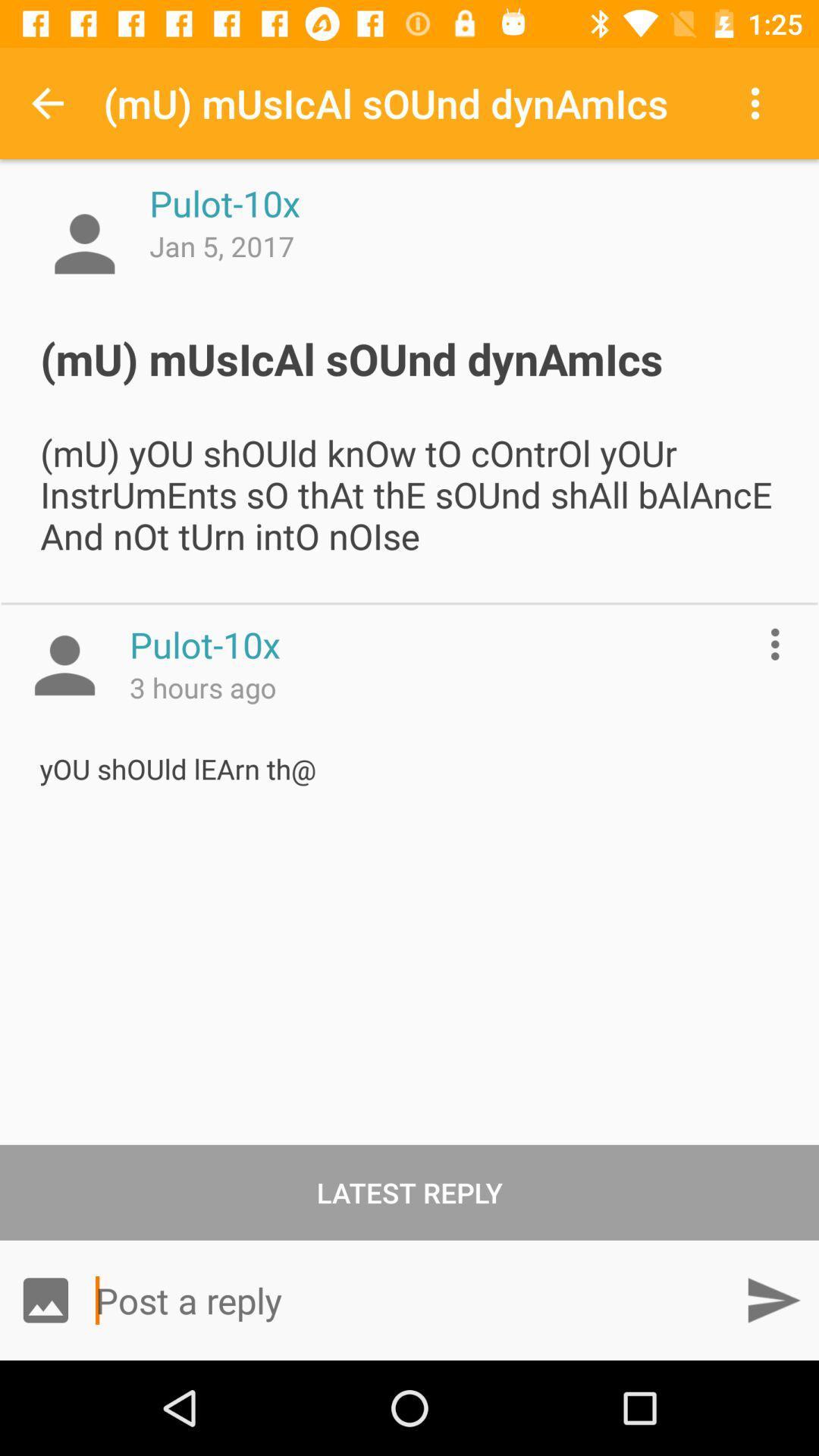 This screenshot has width=819, height=1456. Describe the element at coordinates (45, 1299) in the screenshot. I see `post photo` at that location.